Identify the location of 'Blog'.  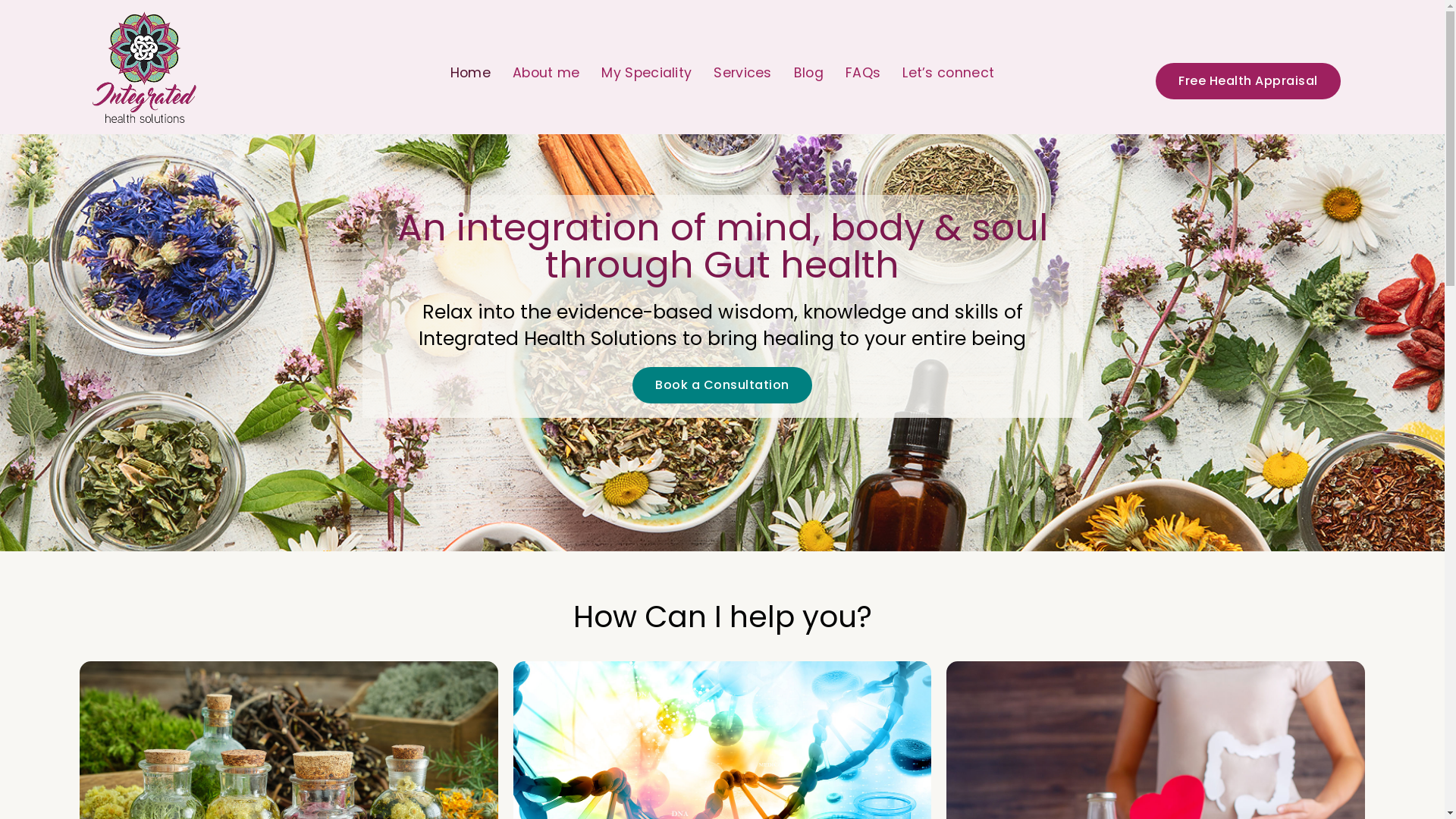
(808, 73).